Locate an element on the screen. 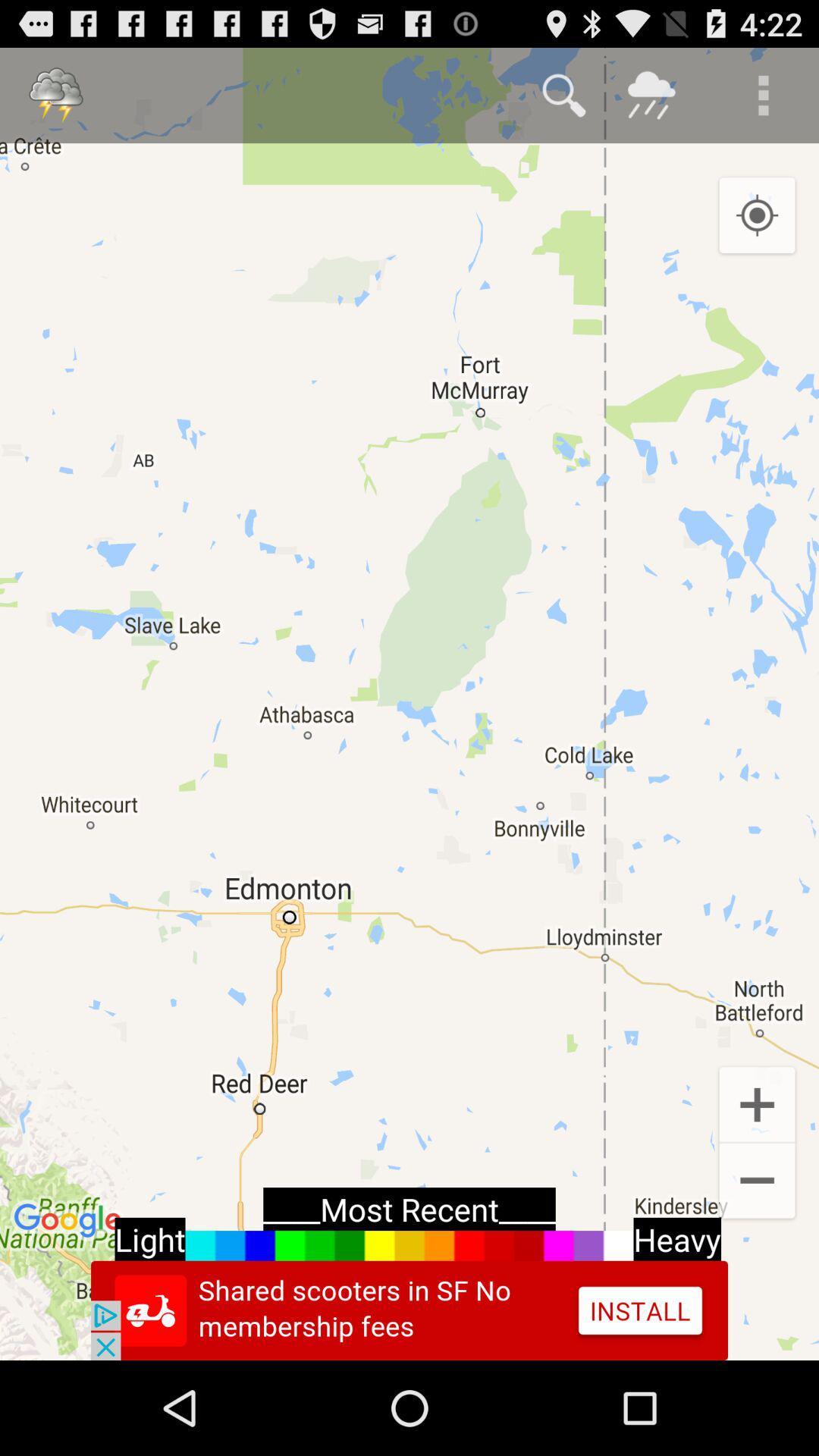 The height and width of the screenshot is (1456, 819). search is located at coordinates (564, 94).